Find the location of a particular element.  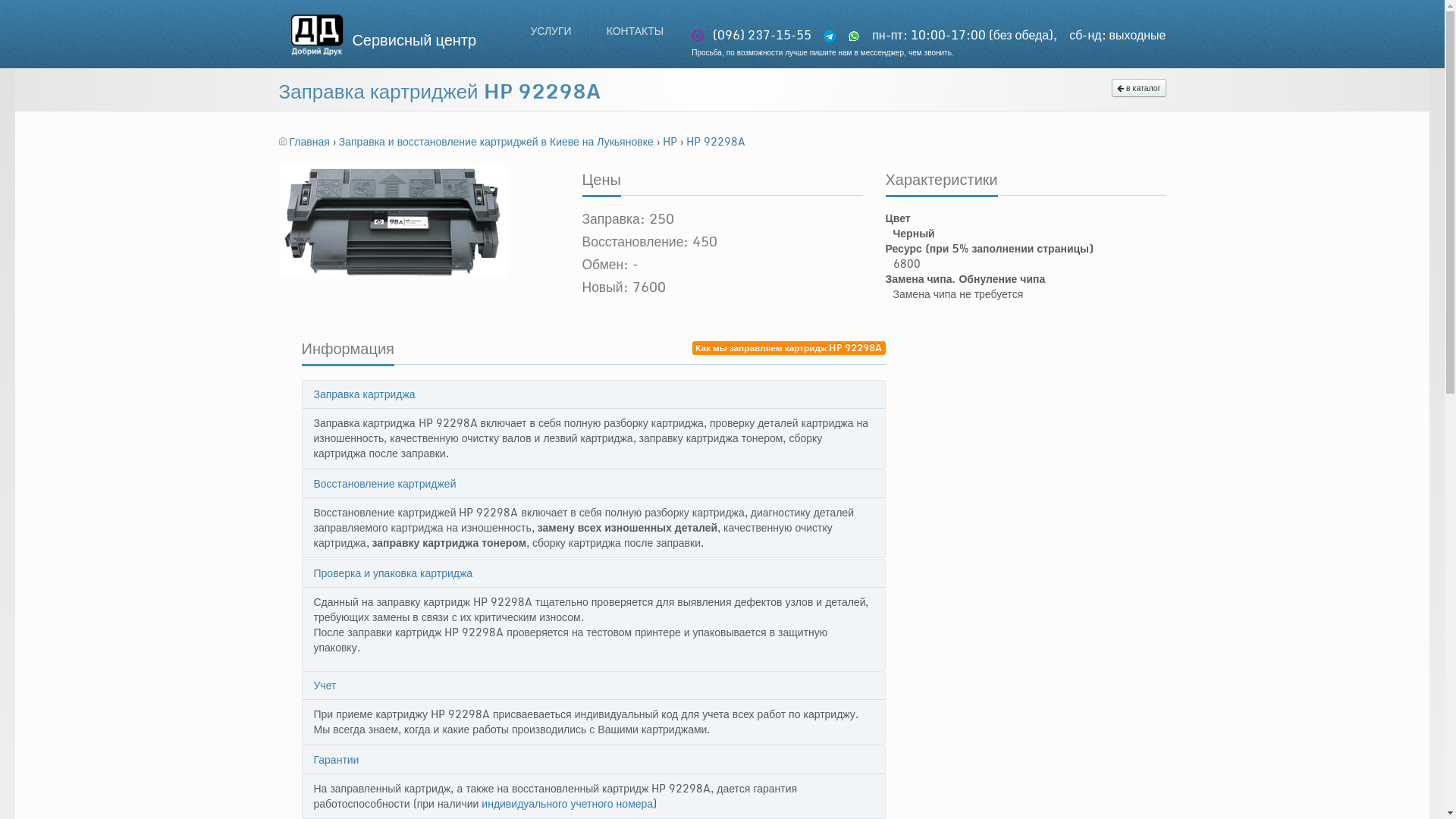

'HP' is located at coordinates (670, 141).